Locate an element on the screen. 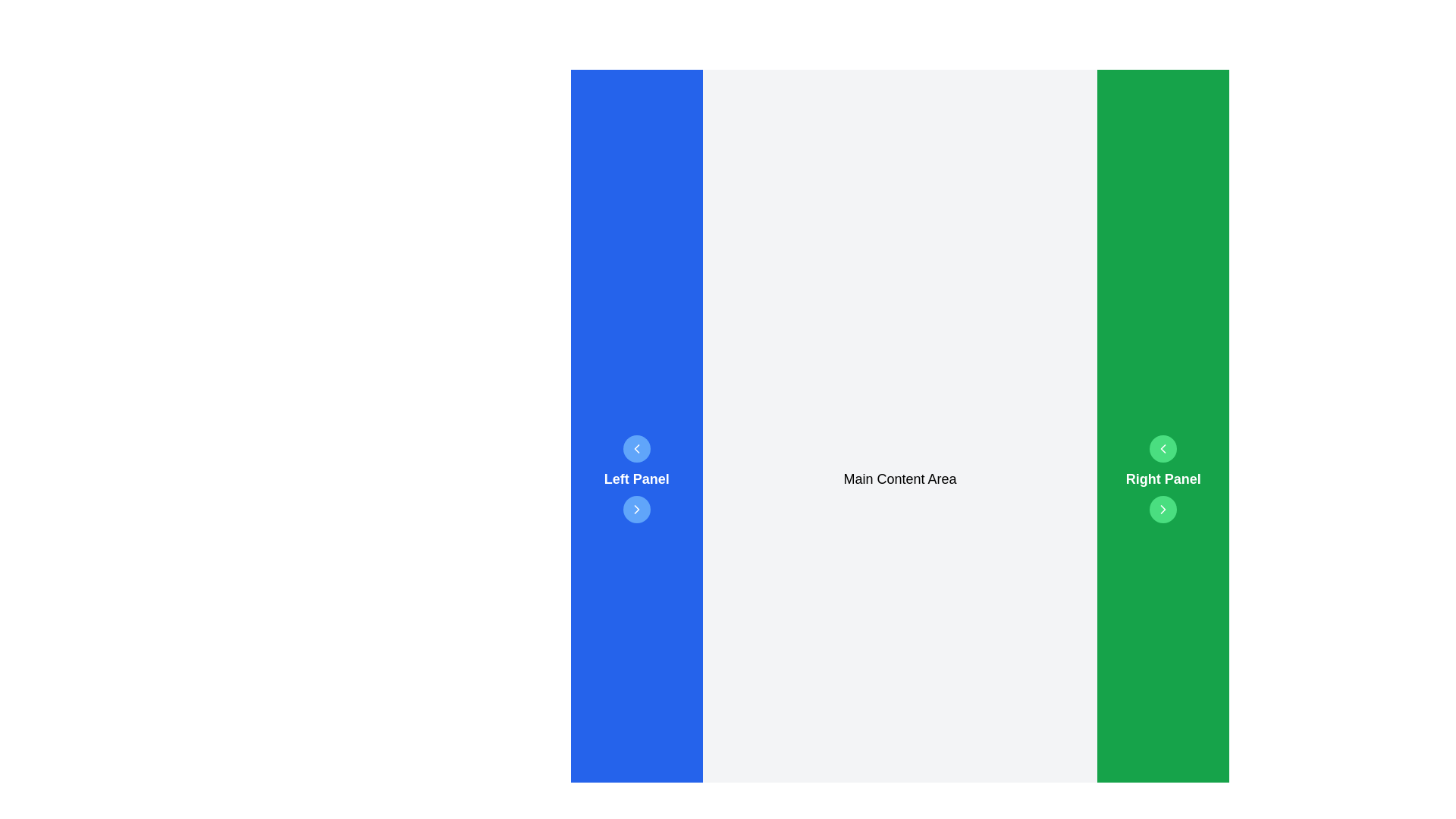 This screenshot has height=819, width=1456. the first interactive button in the 'Left Panel' section is located at coordinates (636, 447).